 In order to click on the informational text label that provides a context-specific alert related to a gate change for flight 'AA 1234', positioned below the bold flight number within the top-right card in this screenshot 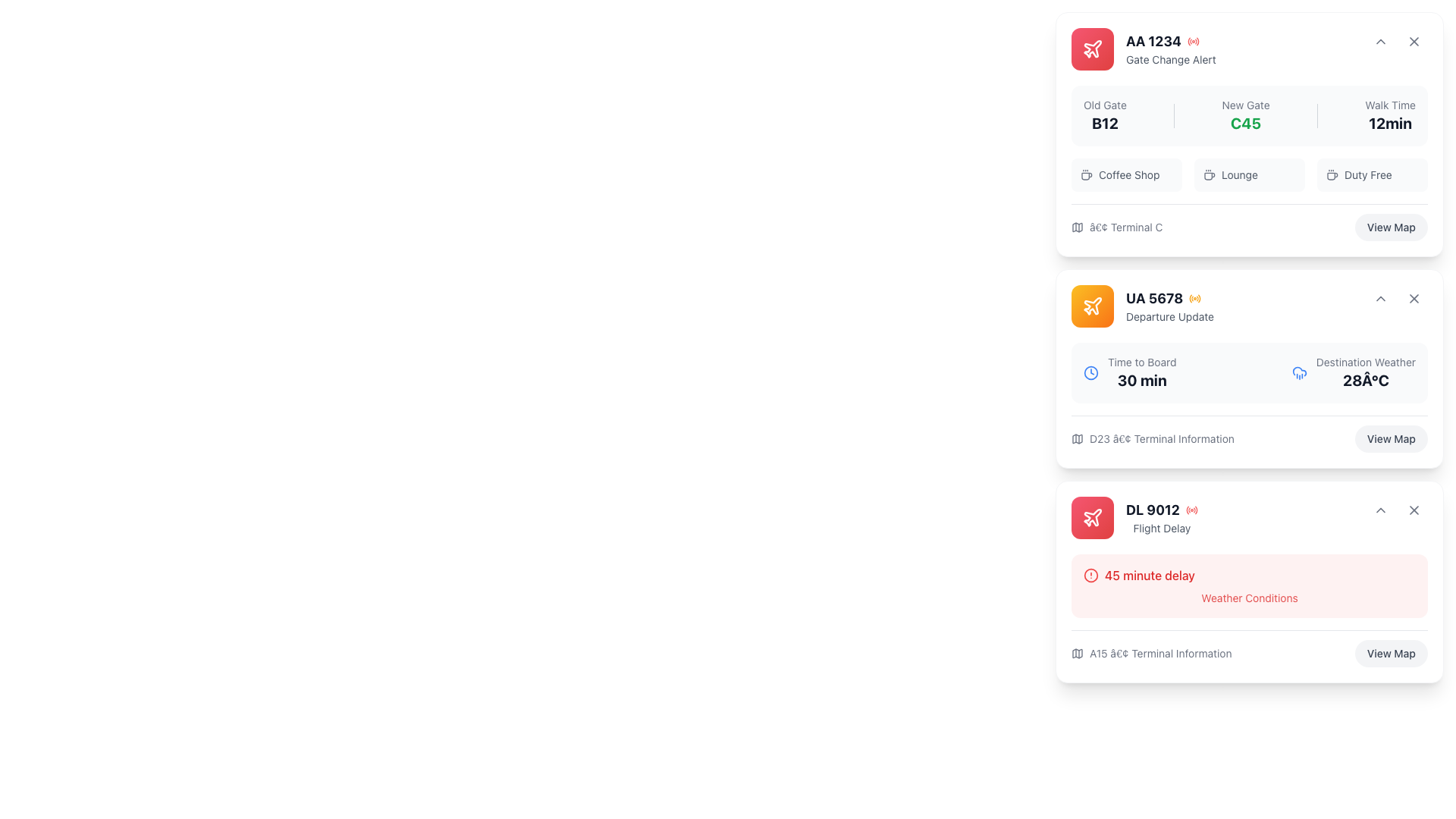, I will do `click(1170, 58)`.